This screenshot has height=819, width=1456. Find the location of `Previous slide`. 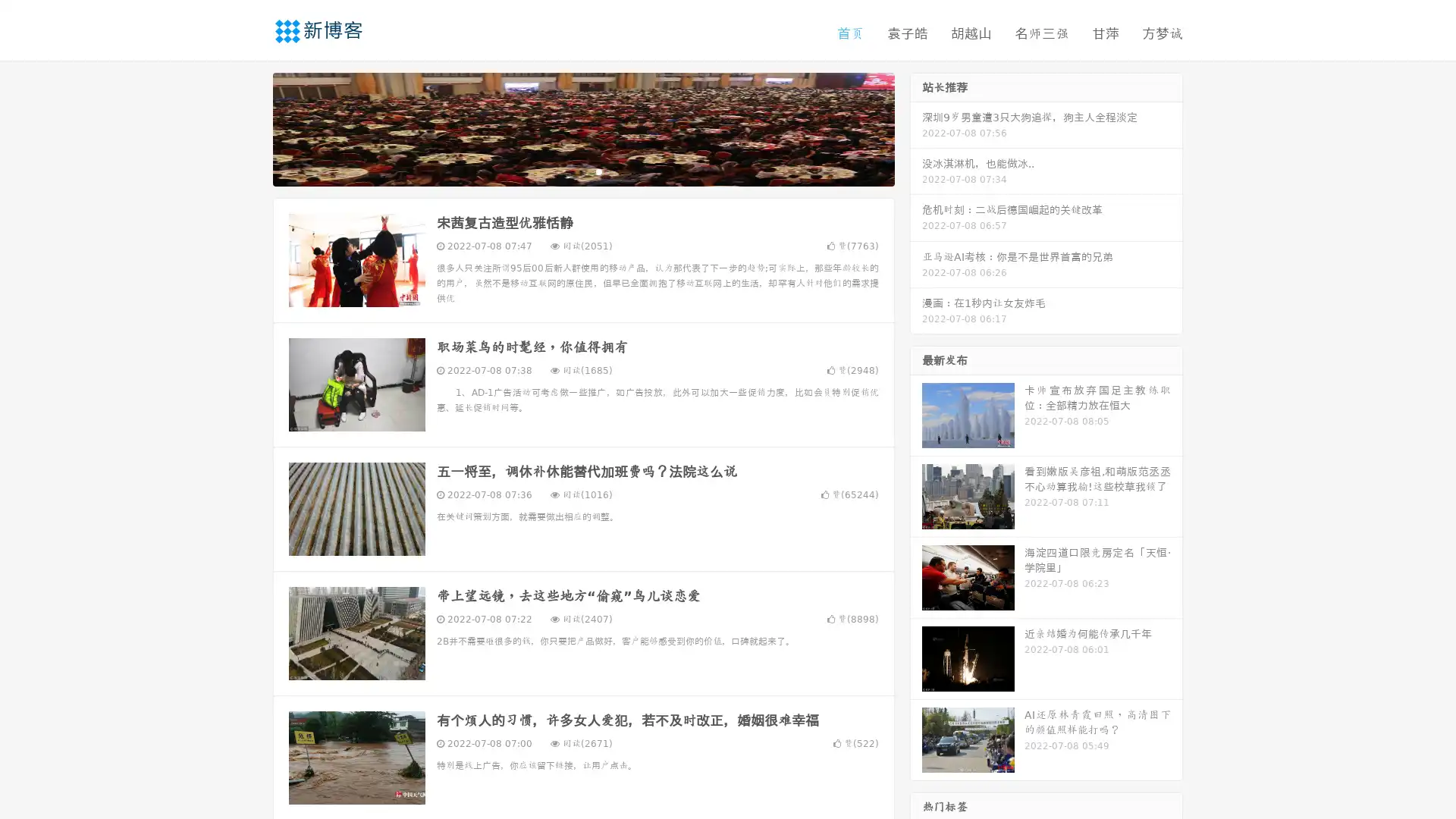

Previous slide is located at coordinates (250, 127).